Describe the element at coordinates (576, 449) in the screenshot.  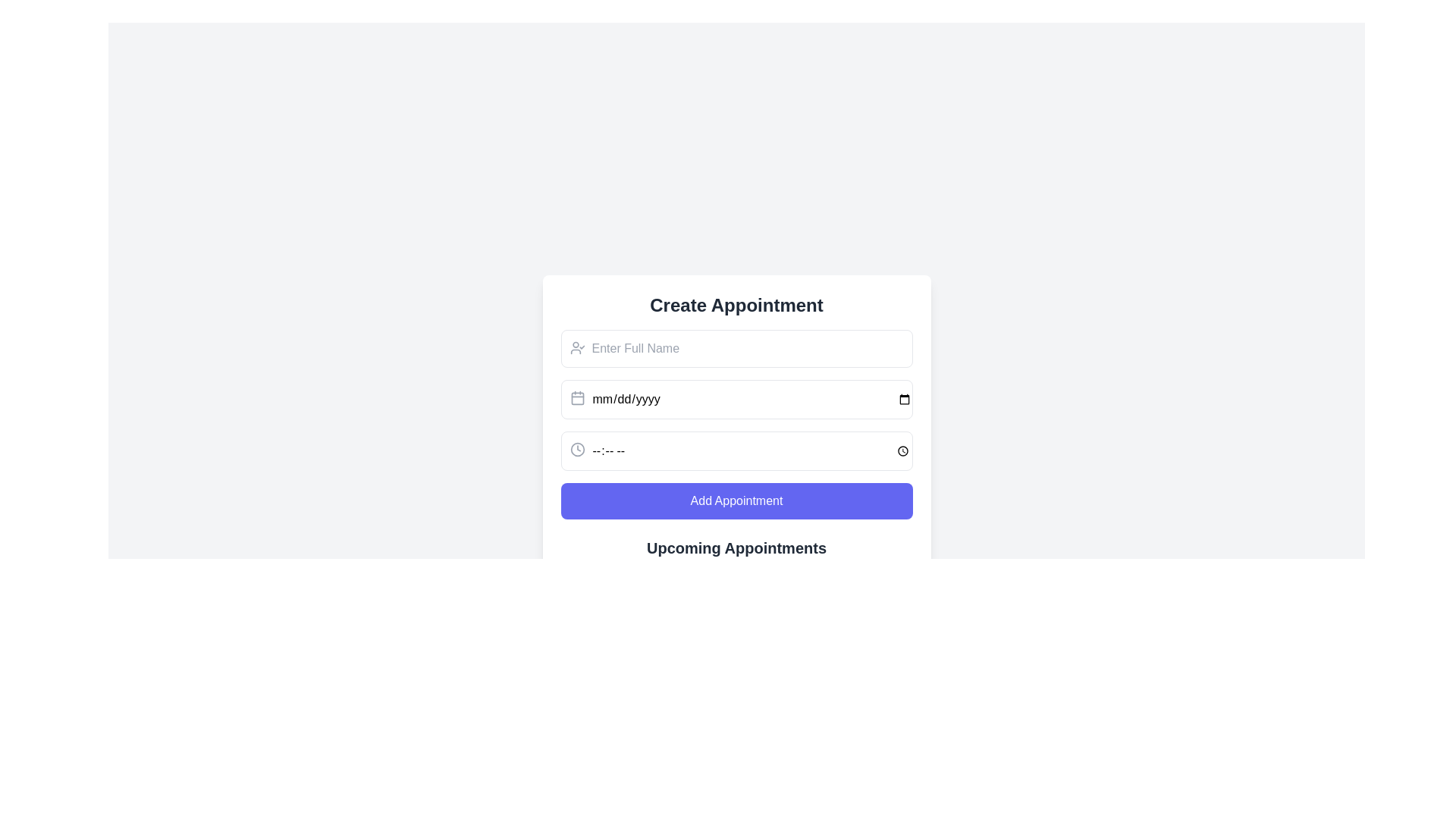
I see `the circular clock icon background in the Create Appointment form, which is styled with a gray and white color scheme and has a border resembling a clock face` at that location.